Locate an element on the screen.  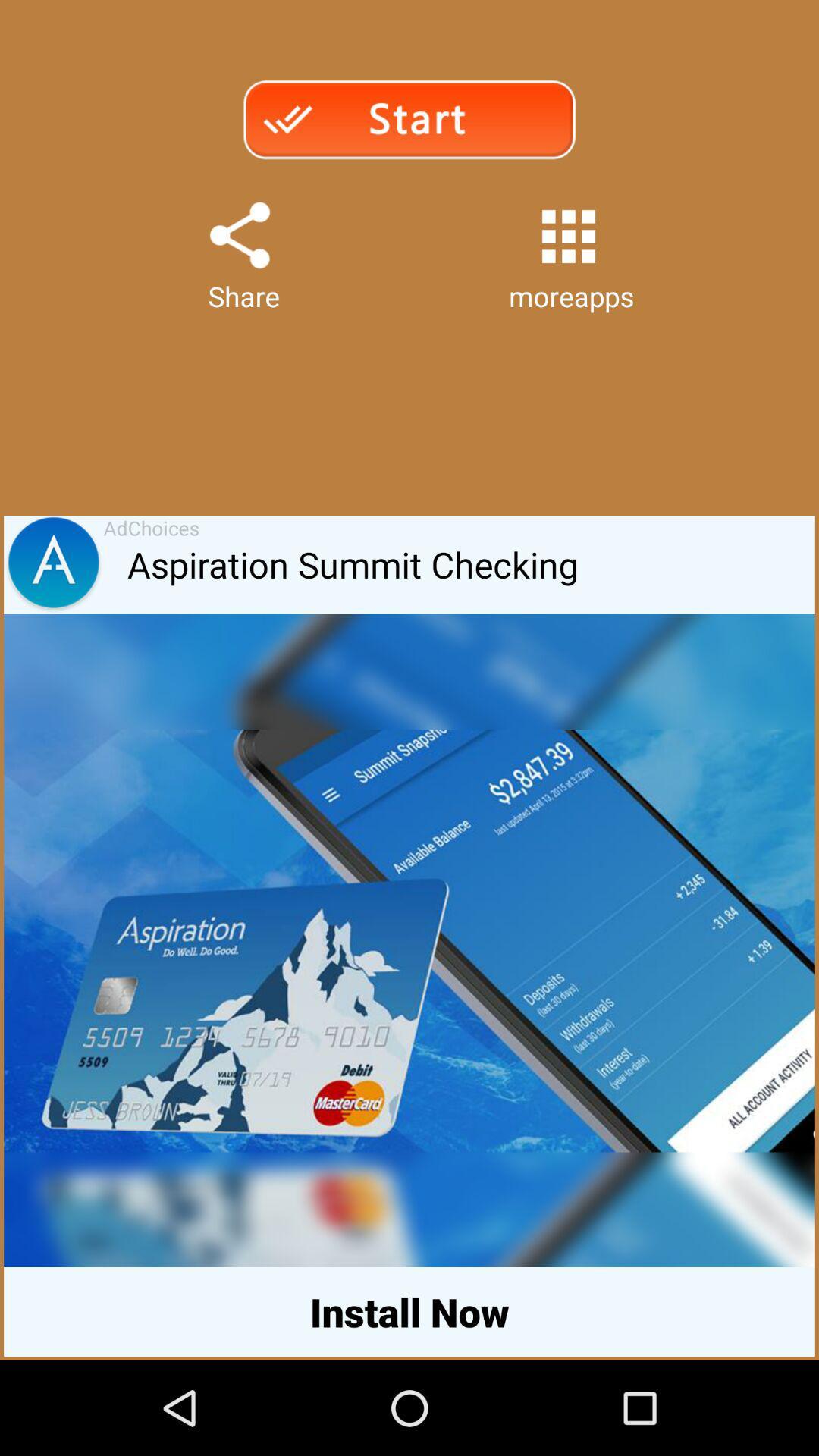
the share icon is located at coordinates (239, 252).